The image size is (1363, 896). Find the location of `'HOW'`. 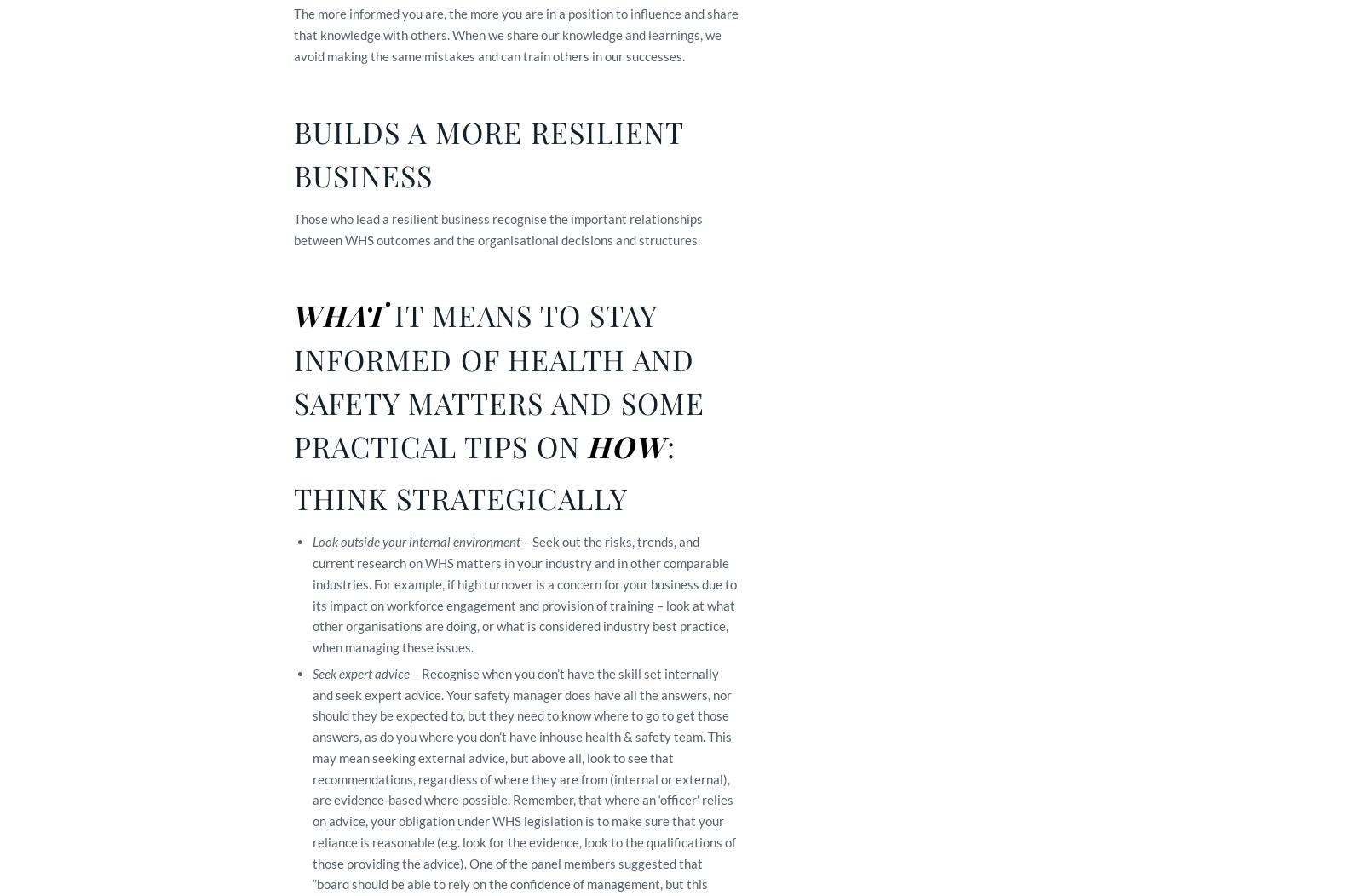

'HOW' is located at coordinates (627, 445).